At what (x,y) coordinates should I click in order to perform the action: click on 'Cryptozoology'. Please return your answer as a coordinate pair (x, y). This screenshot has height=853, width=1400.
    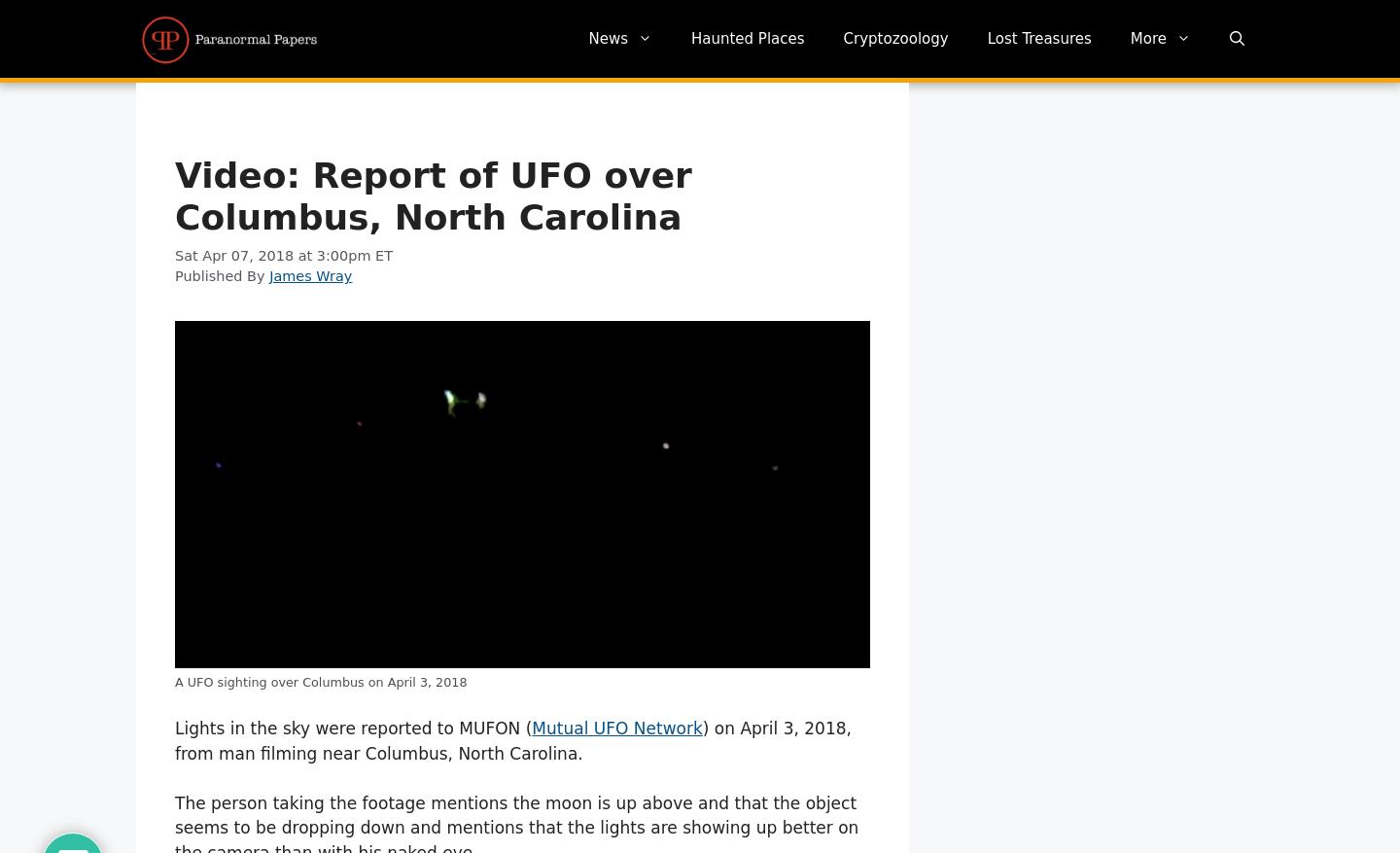
    Looking at the image, I should click on (895, 37).